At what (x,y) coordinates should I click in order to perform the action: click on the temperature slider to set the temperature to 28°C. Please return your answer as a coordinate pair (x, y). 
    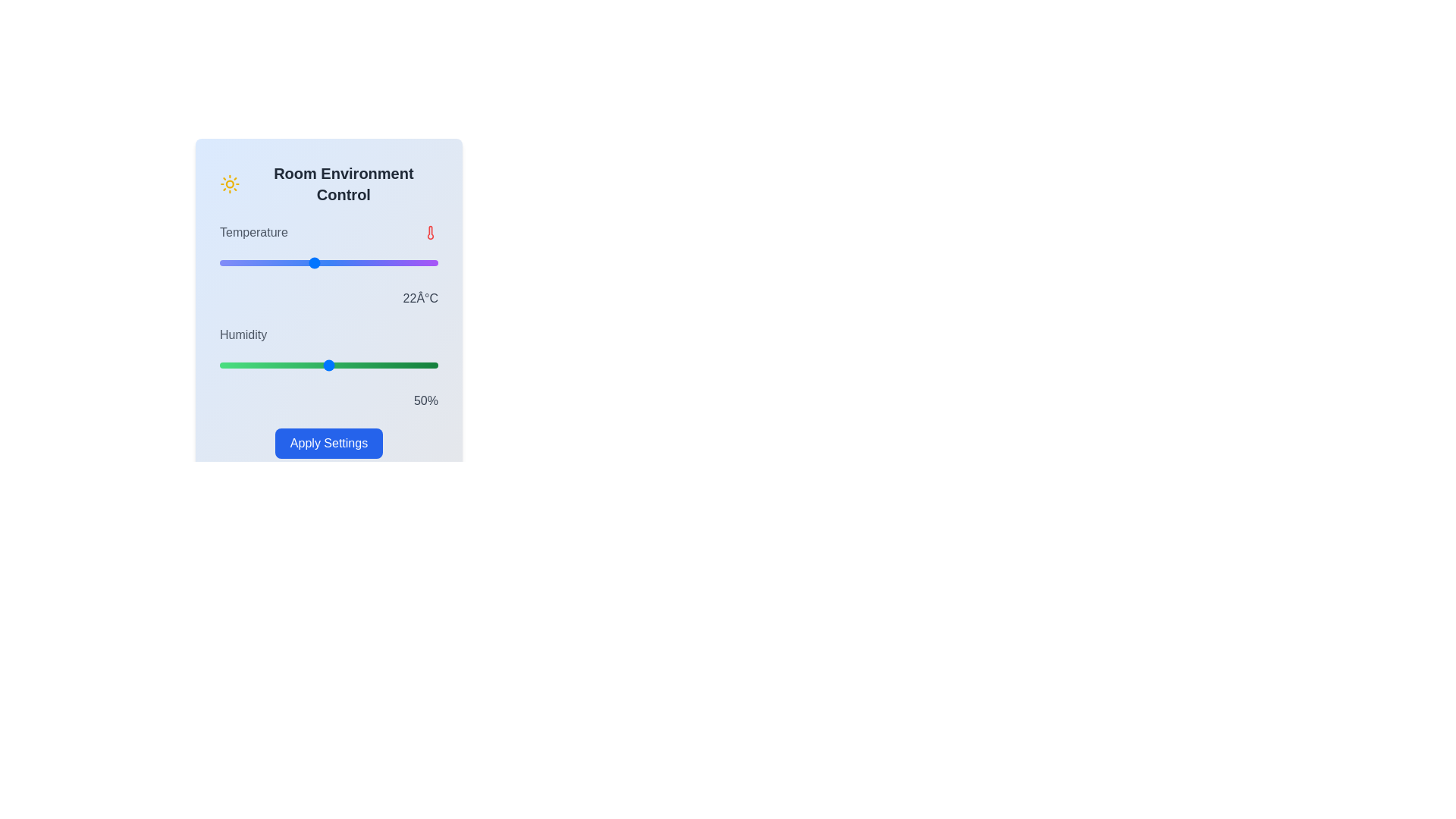
    Looking at the image, I should click on (406, 262).